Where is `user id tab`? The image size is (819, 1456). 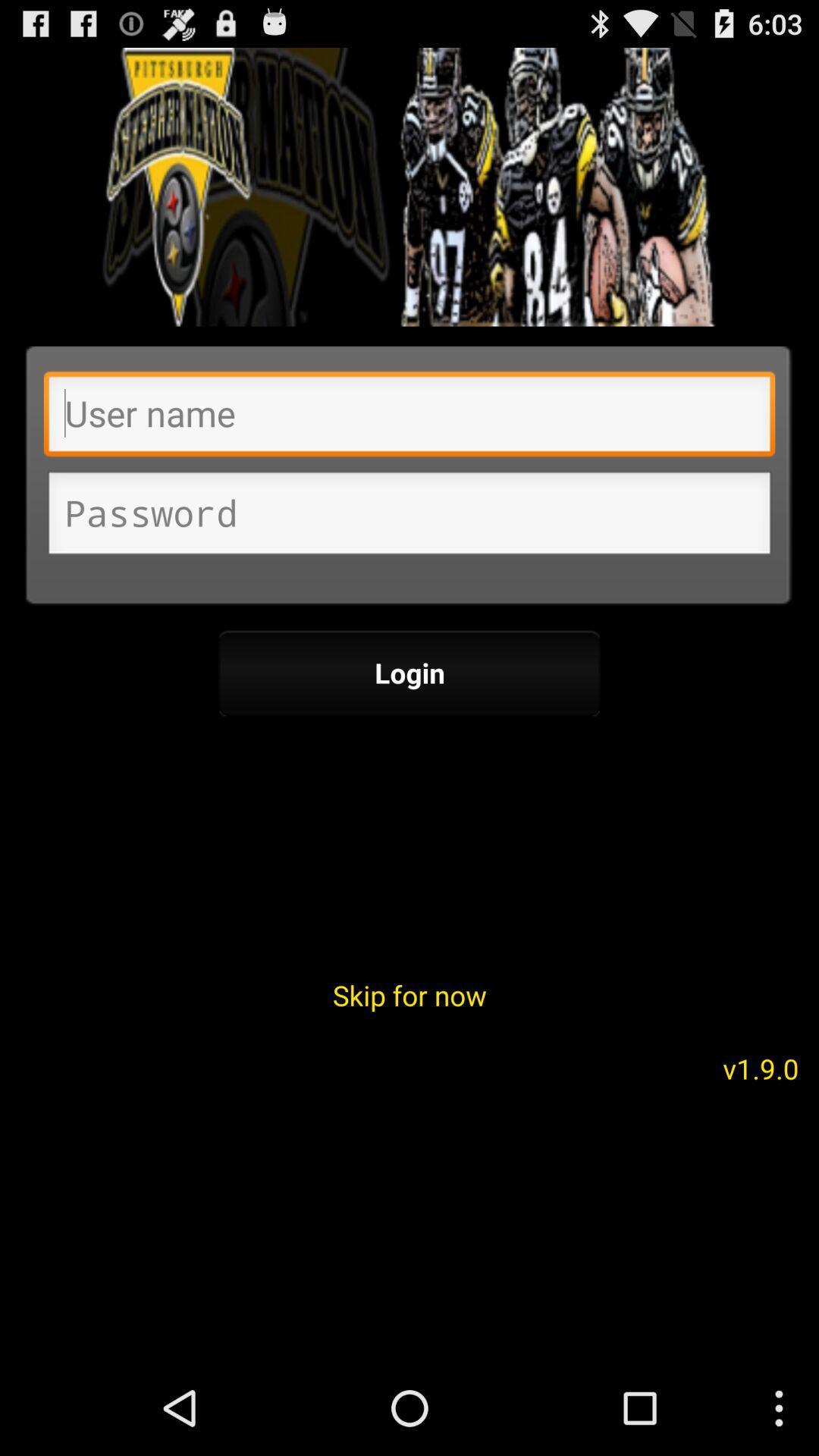 user id tab is located at coordinates (409, 418).